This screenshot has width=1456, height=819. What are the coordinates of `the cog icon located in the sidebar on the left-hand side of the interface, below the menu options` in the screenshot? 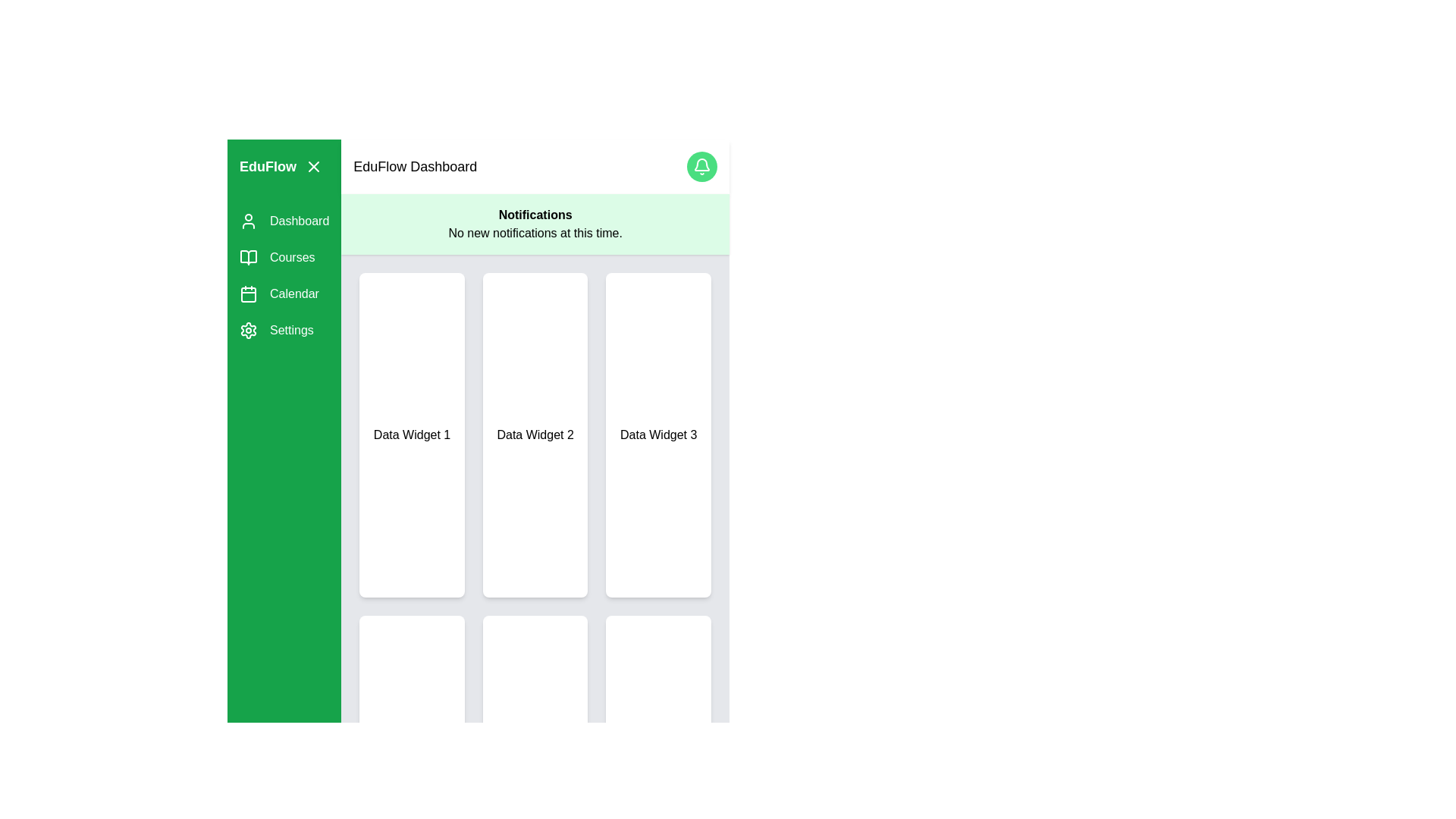 It's located at (248, 329).